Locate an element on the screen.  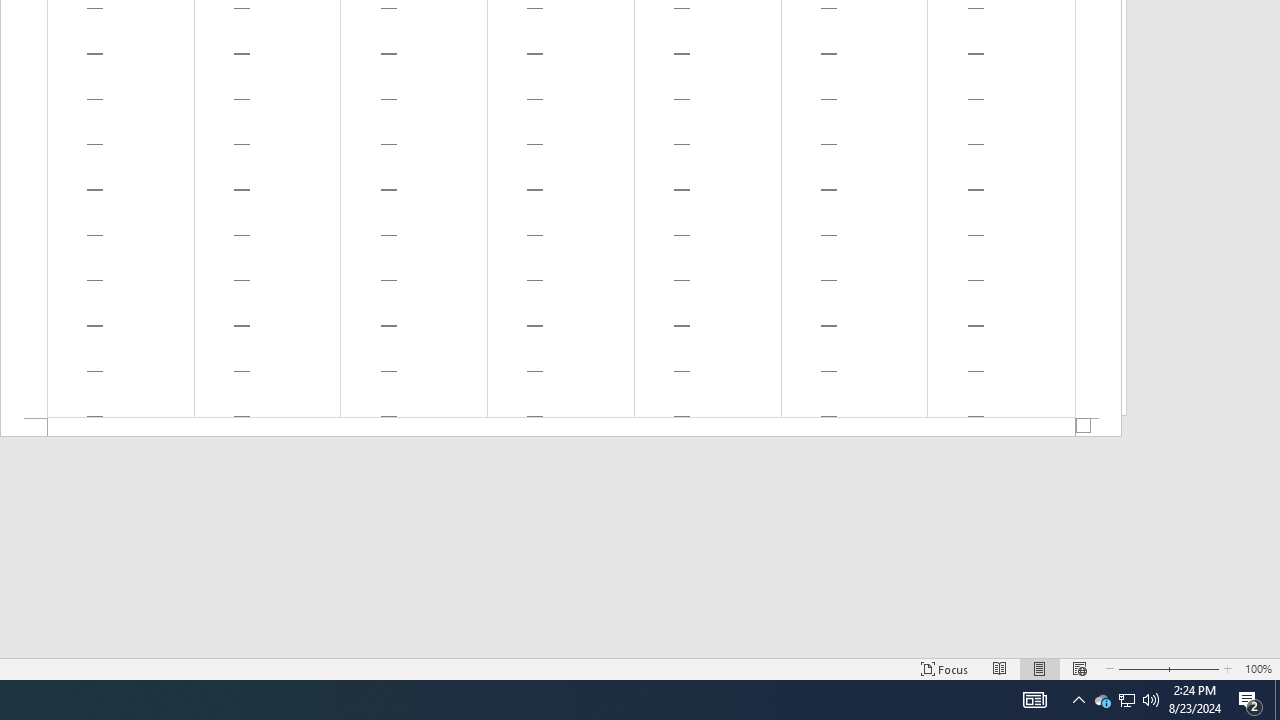
'Action Center, 2 new notifications' is located at coordinates (1250, 698).